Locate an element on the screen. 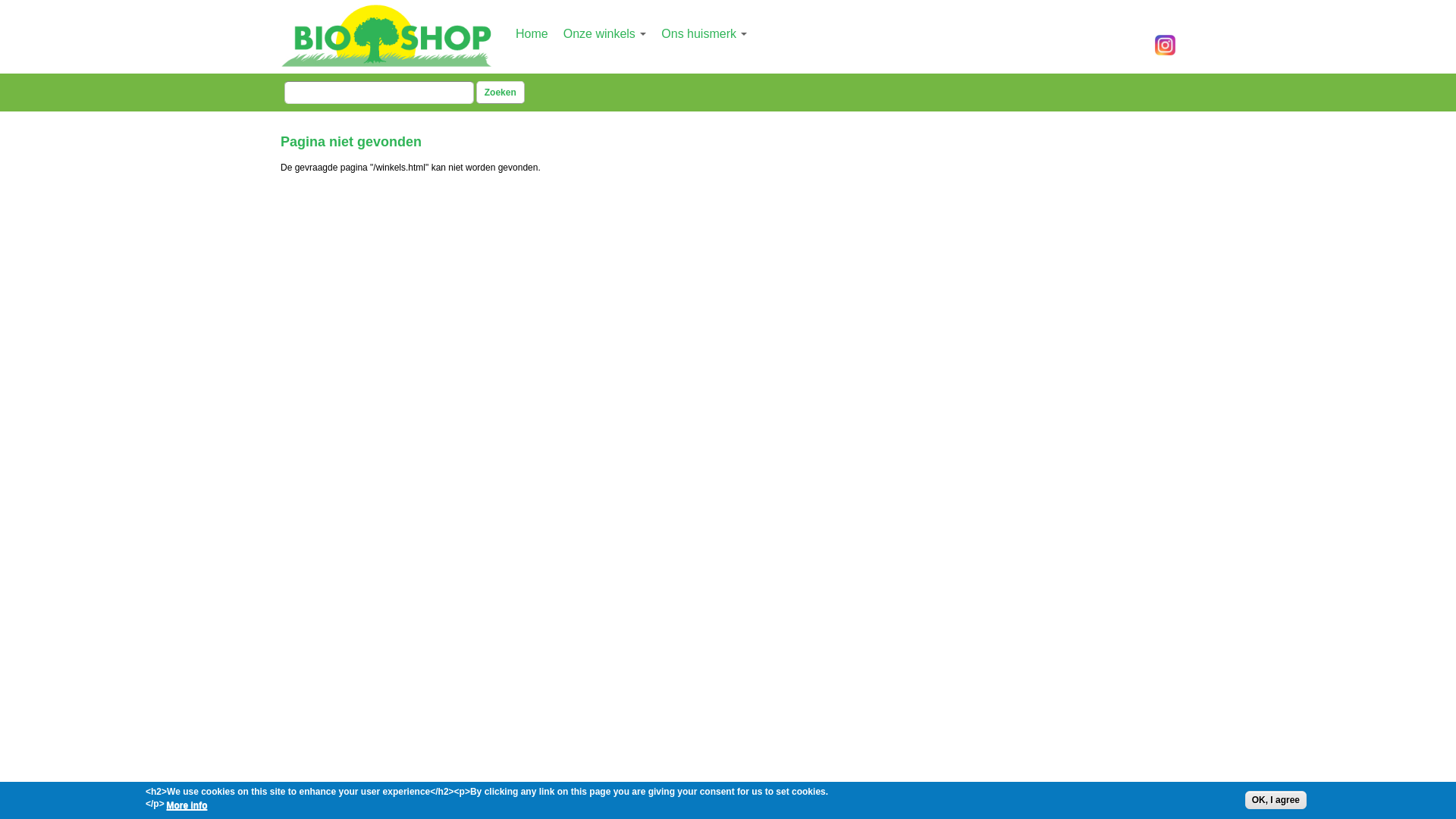  'Geef de woorden op waarnaar u wilt zoeken.' is located at coordinates (284, 93).